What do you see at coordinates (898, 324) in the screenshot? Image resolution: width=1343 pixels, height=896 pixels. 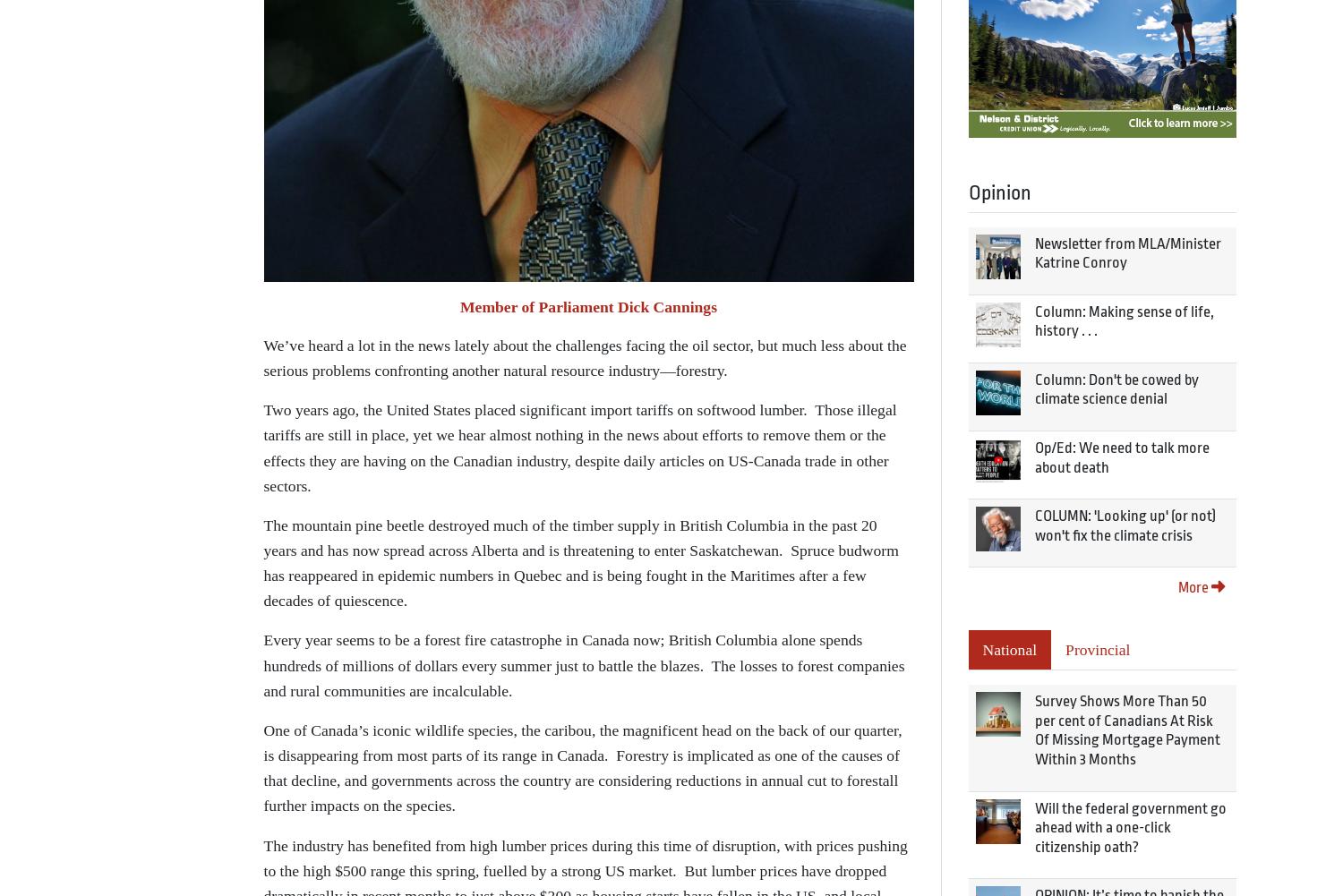 I see `'Editor:'` at bounding box center [898, 324].